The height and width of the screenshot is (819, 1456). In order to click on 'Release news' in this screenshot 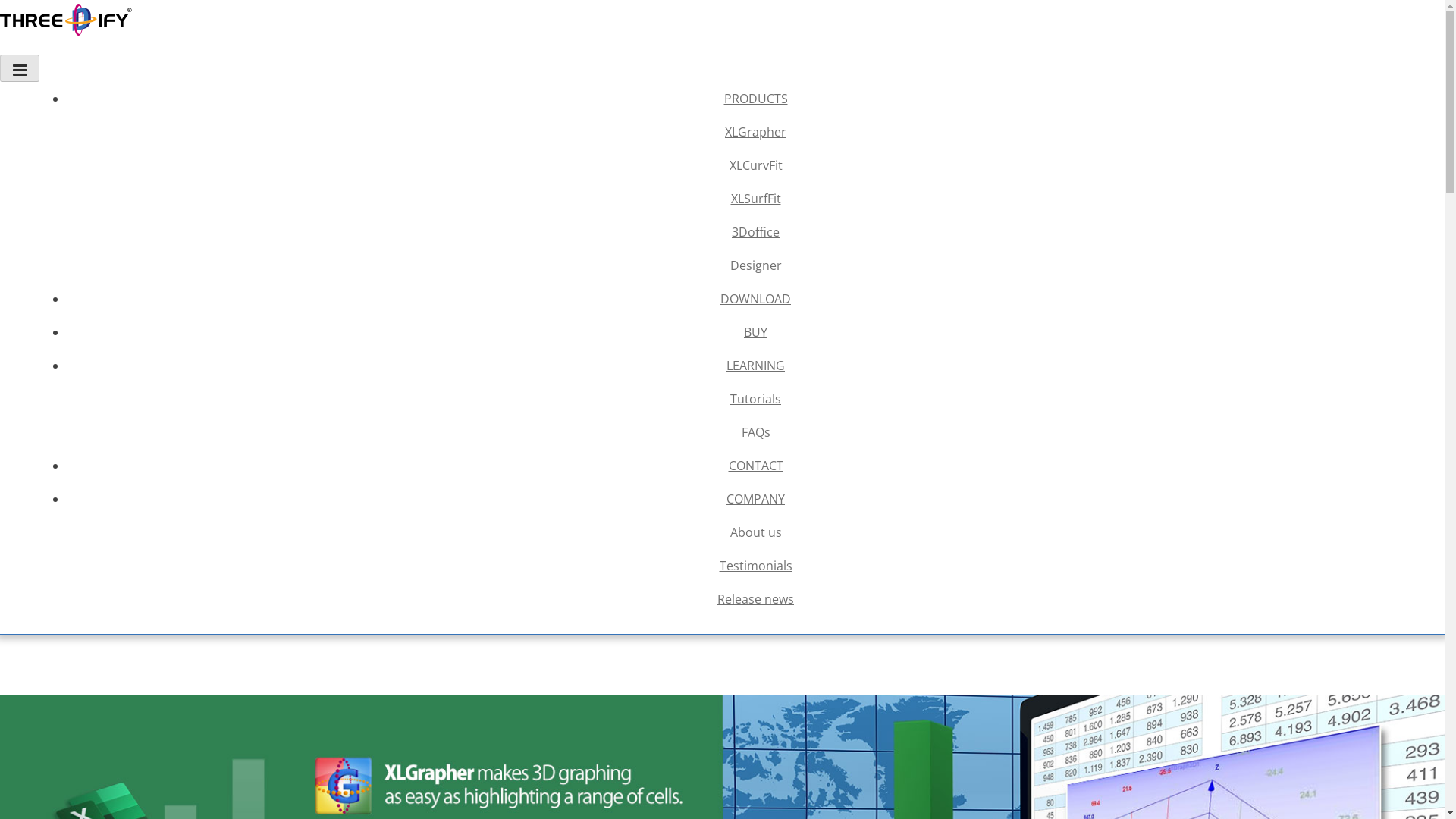, I will do `click(755, 598)`.